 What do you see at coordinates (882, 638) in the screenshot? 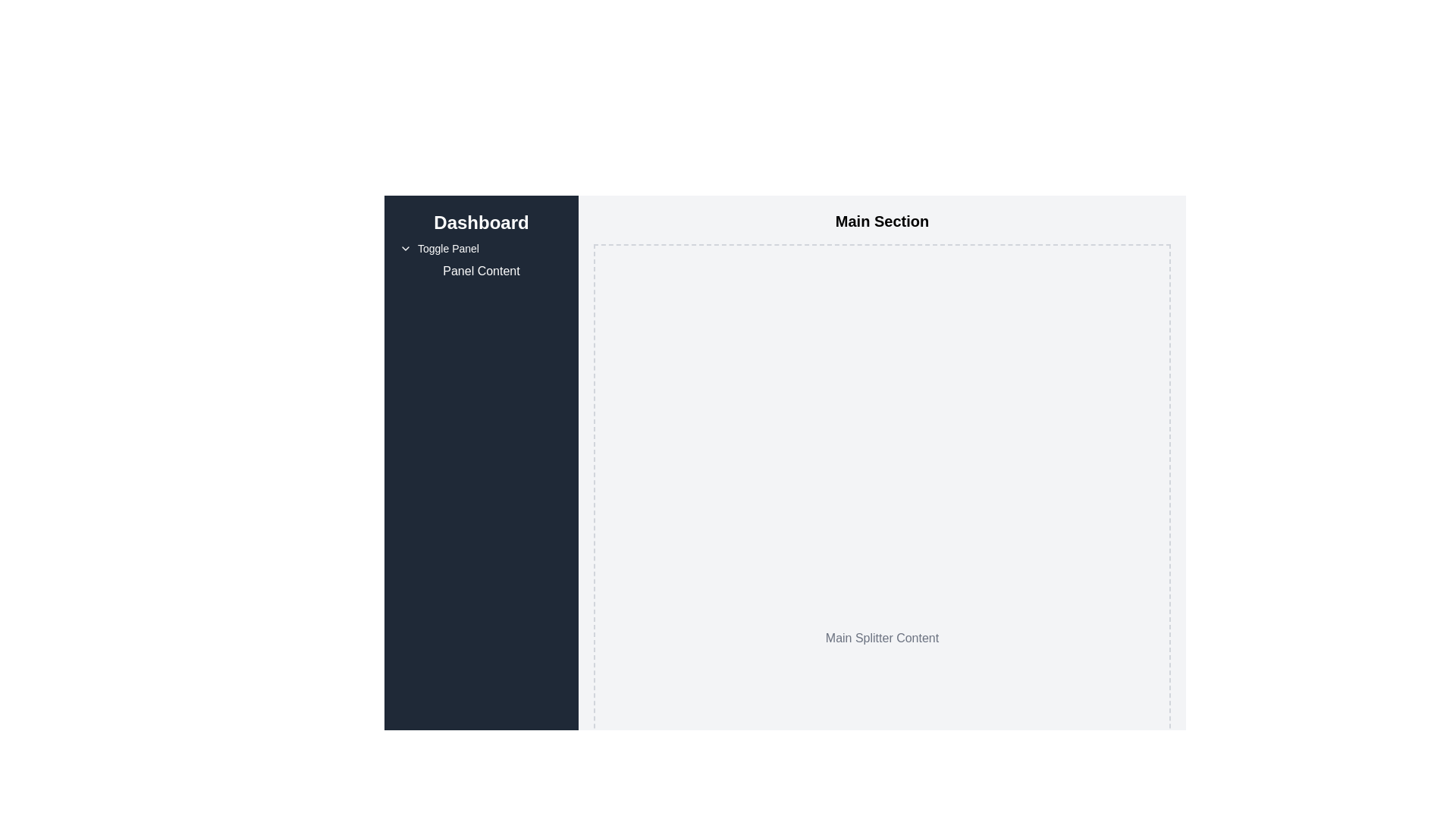
I see `the Static Text Label located near the lower center of the main content area, which serves as a placeholder or description` at bounding box center [882, 638].